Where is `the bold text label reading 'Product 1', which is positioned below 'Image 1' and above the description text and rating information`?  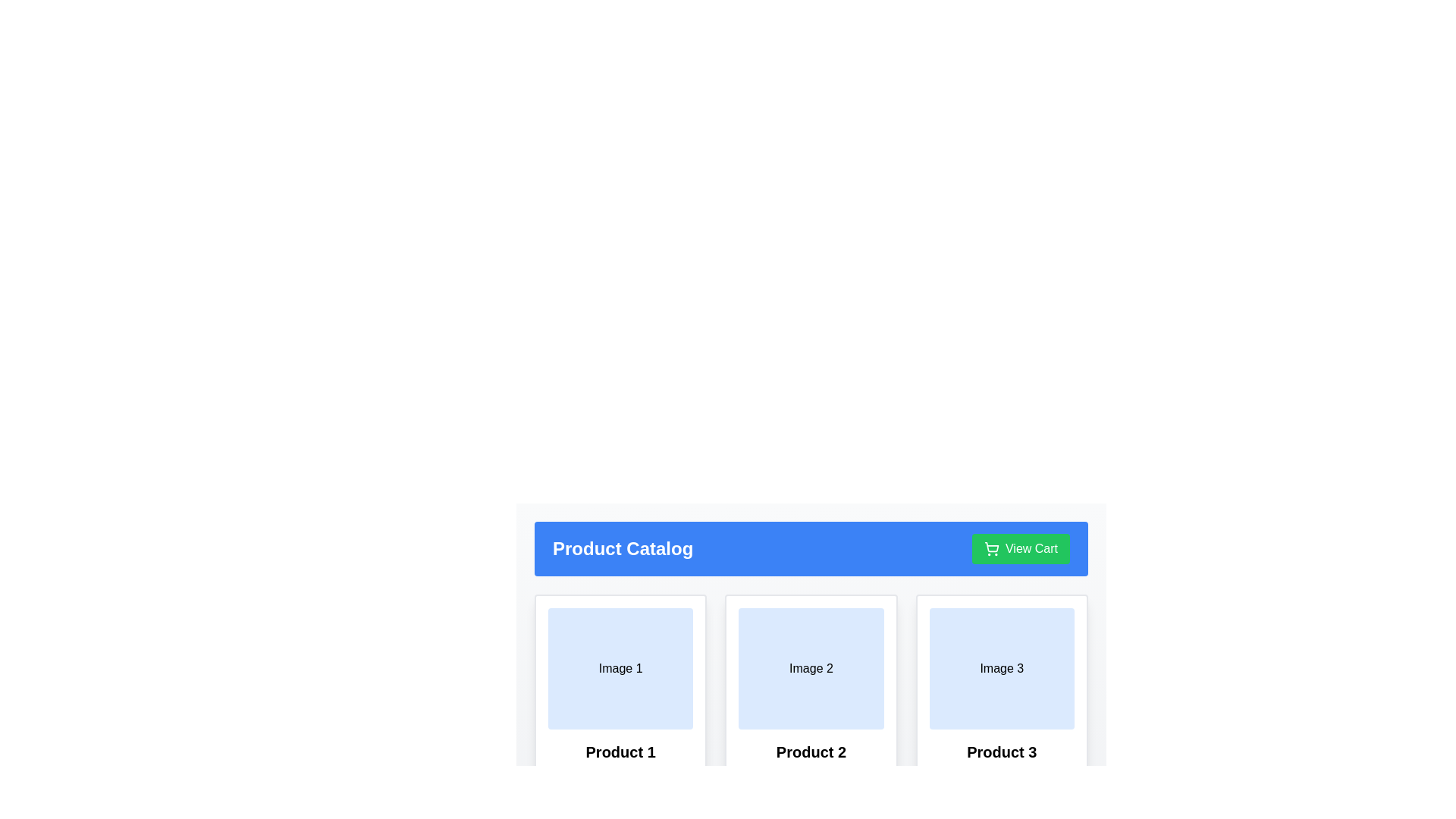
the bold text label reading 'Product 1', which is positioned below 'Image 1' and above the description text and rating information is located at coordinates (620, 752).